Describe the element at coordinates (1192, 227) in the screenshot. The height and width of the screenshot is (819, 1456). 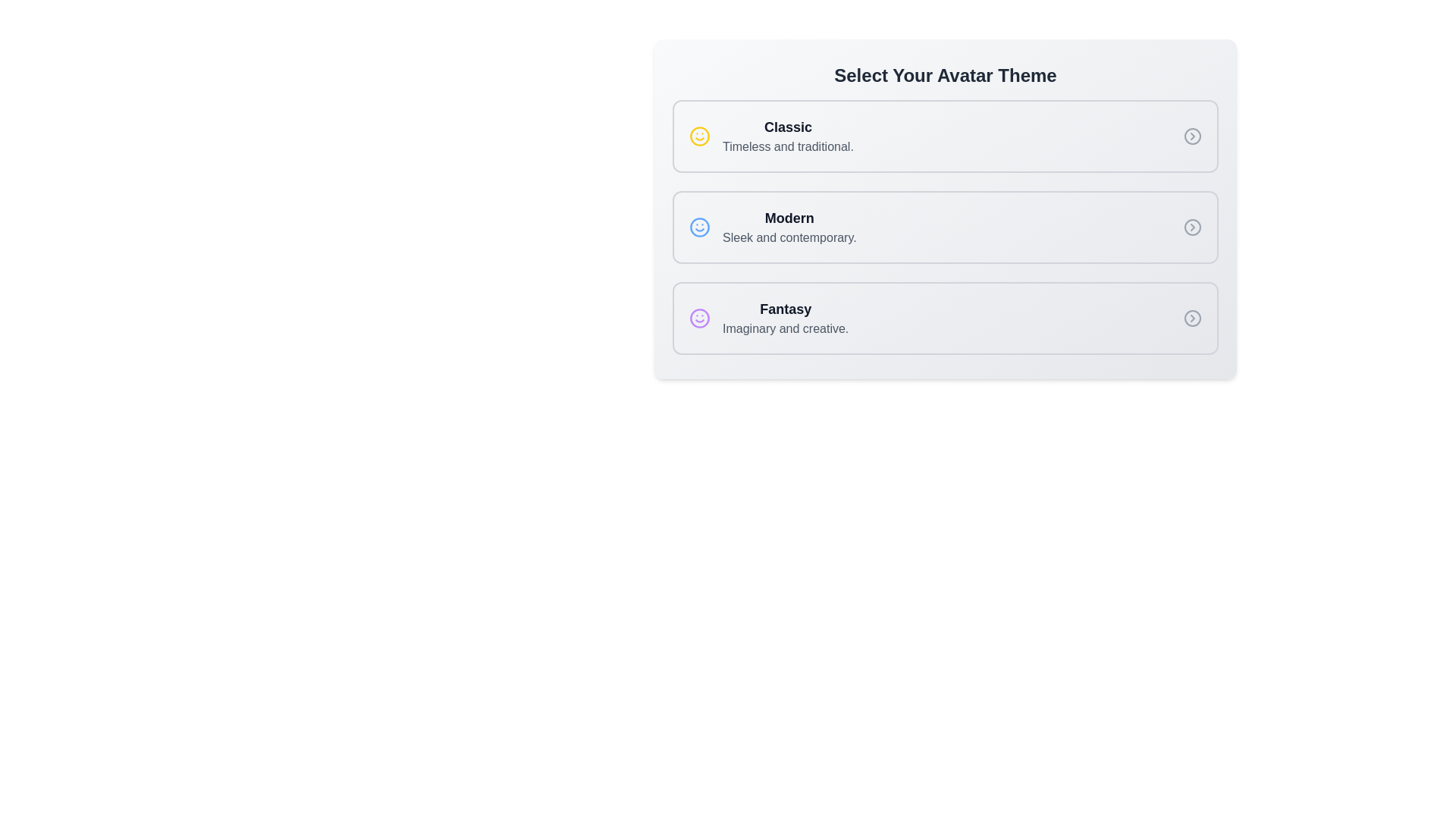
I see `the circular icon button with a right-pointing chevron at the far right end of the 'Modern' card` at that location.